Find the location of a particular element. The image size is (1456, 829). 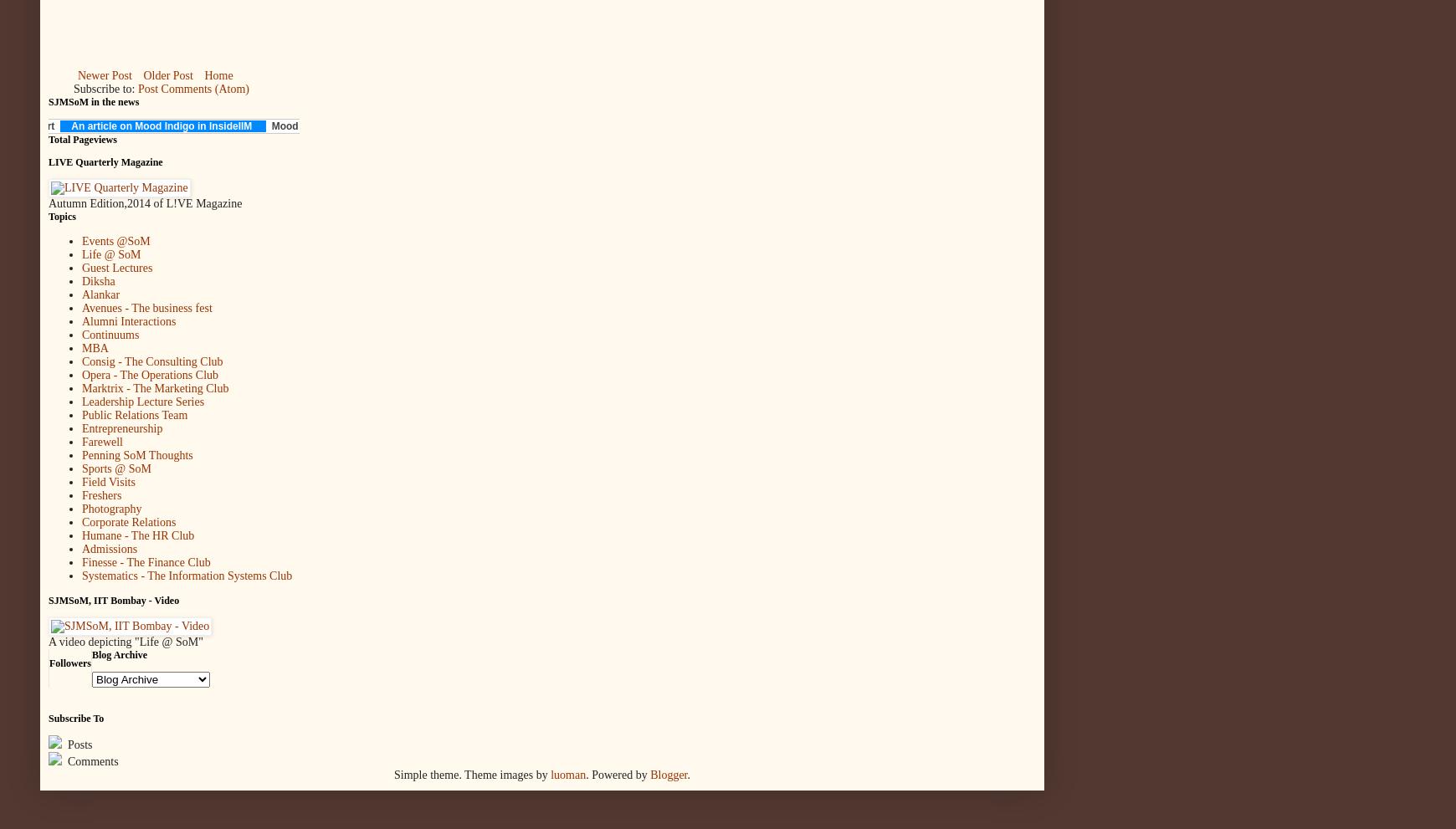

'.' is located at coordinates (689, 774).